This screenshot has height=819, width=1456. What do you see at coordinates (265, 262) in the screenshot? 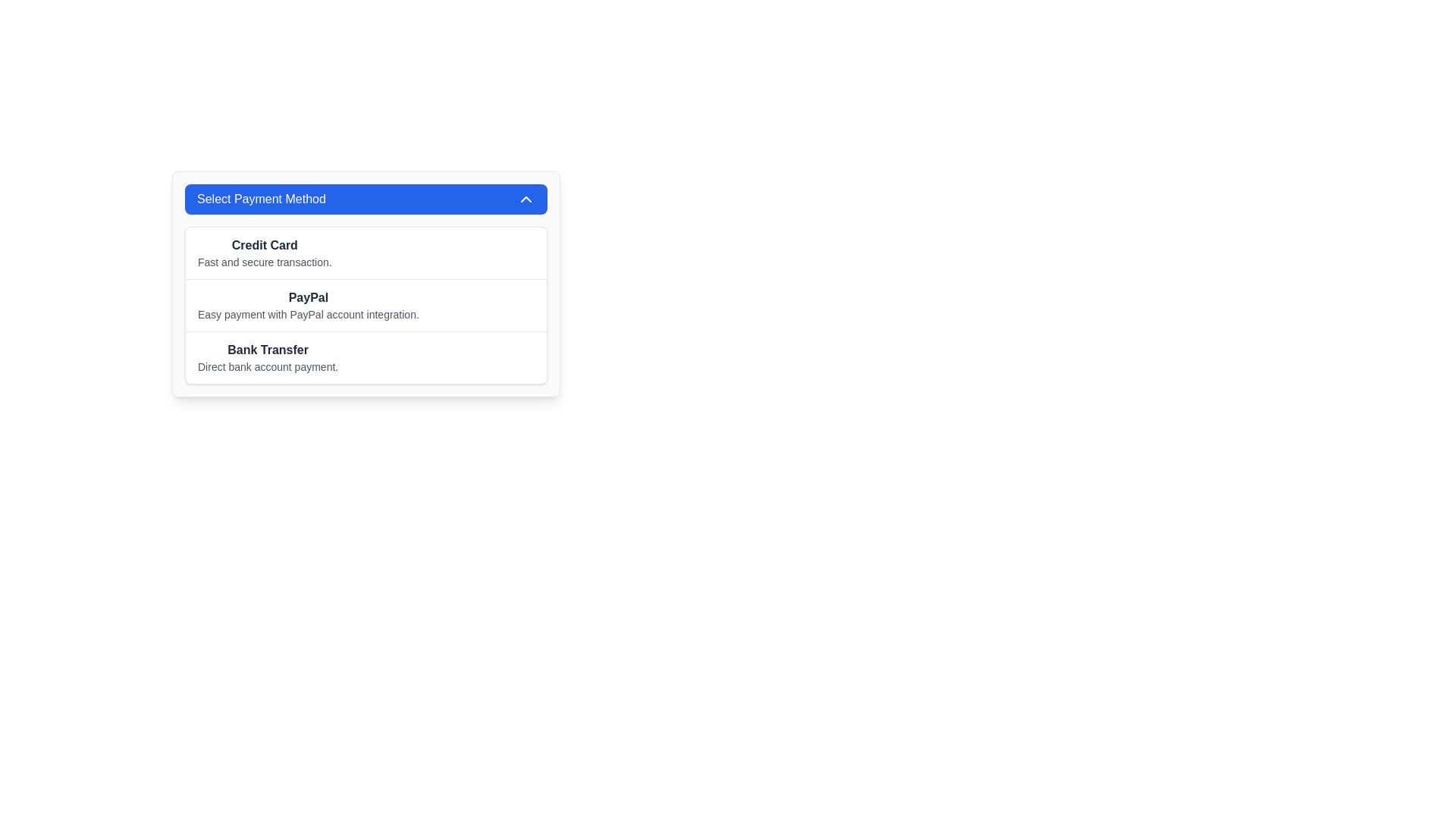
I see `the static text label displaying 'Fast and secure transaction.' located beneath the 'Credit Card' label in the 'Select Payment Method' section` at bounding box center [265, 262].